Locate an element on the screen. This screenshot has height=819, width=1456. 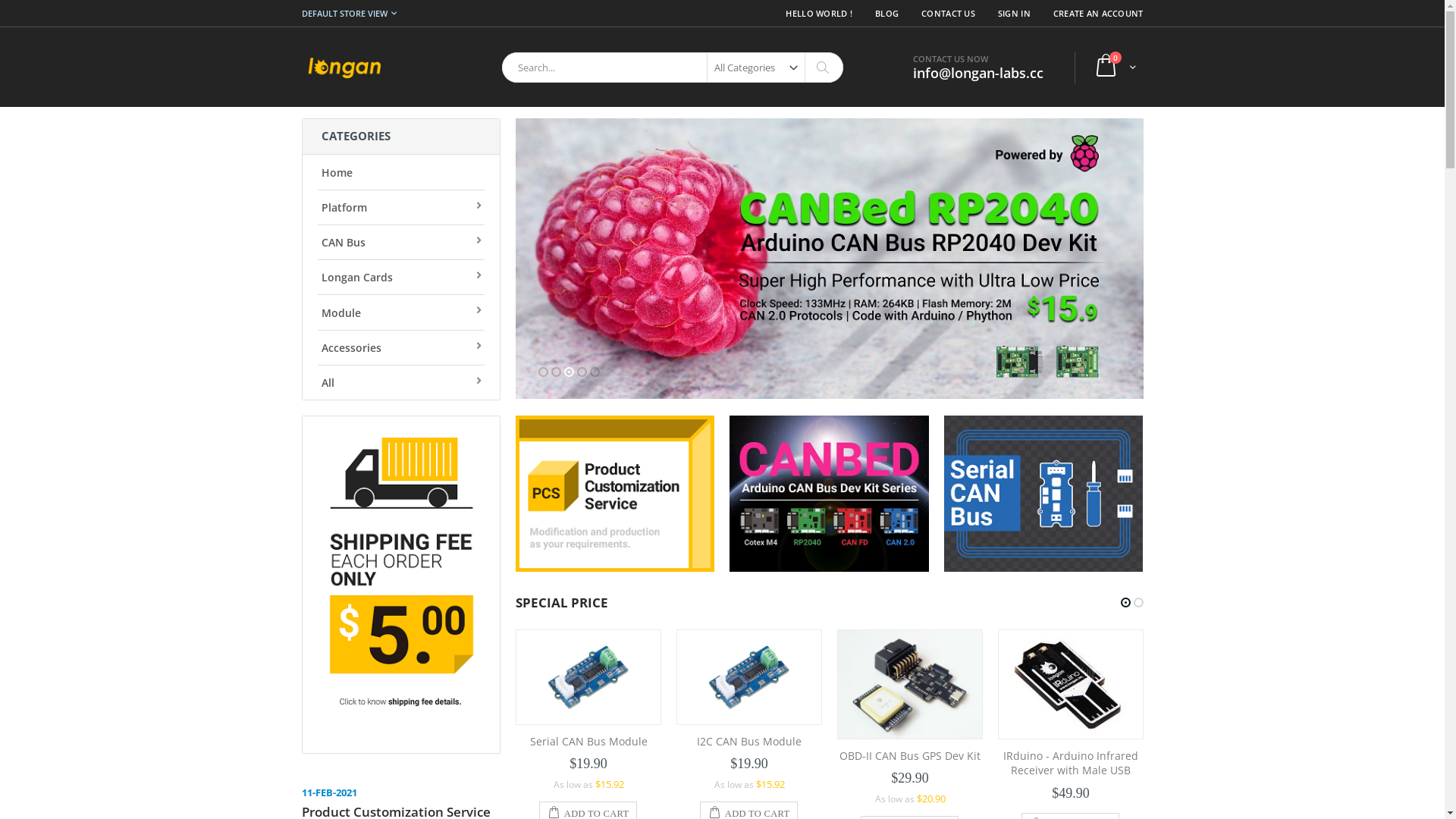
'BLOG' is located at coordinates (886, 13).